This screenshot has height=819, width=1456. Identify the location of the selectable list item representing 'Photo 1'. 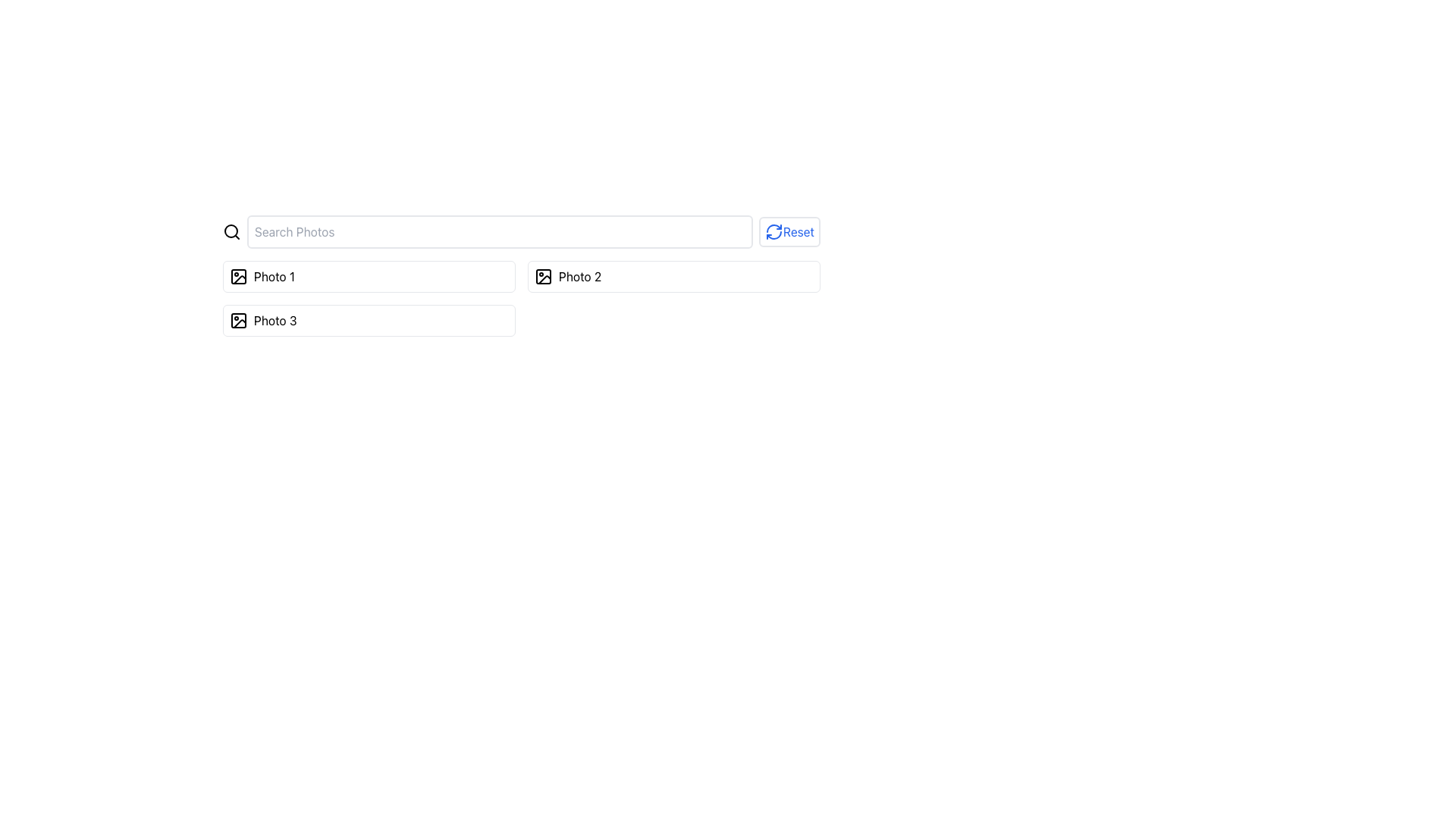
(369, 277).